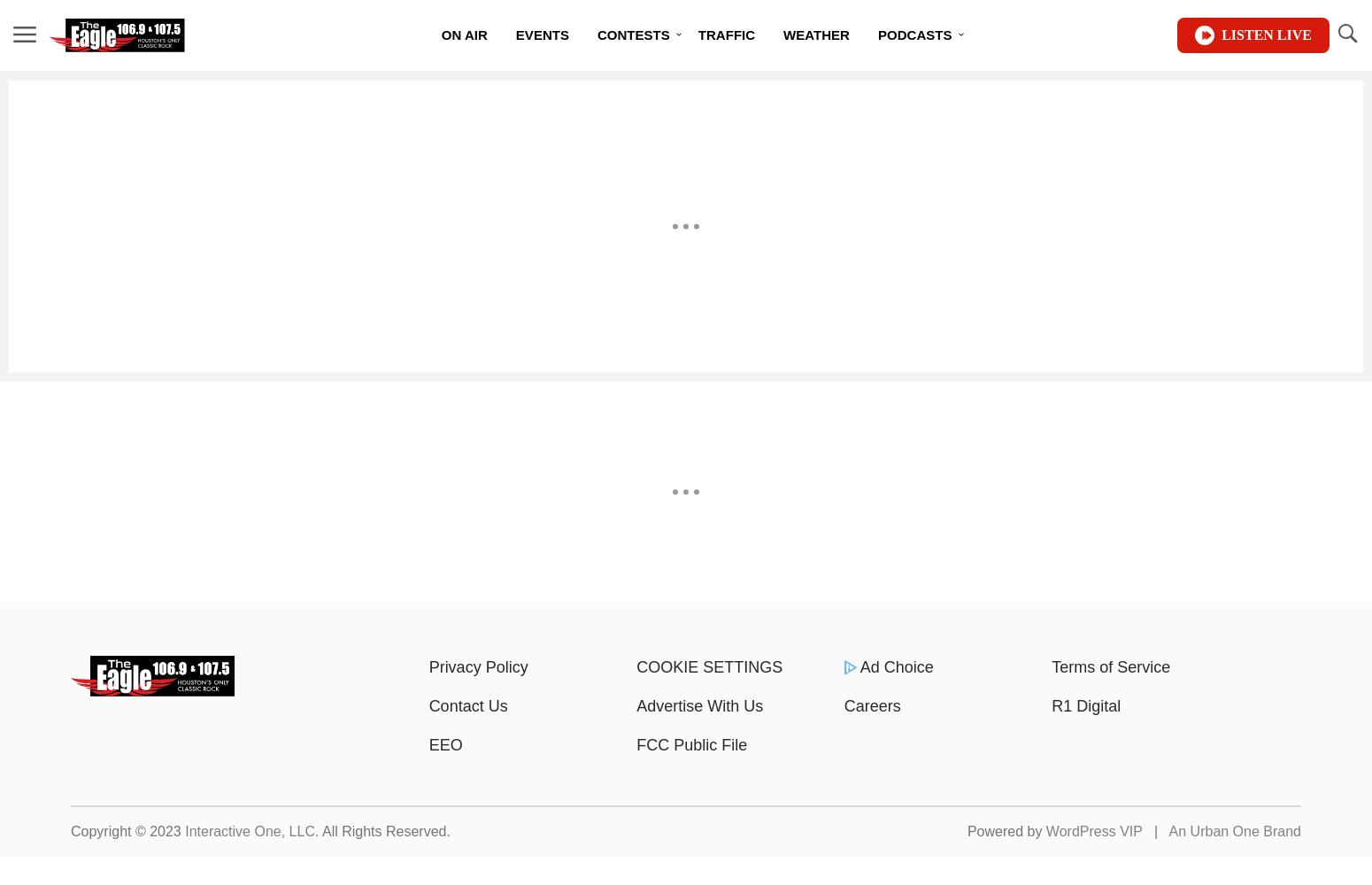 The height and width of the screenshot is (885, 1372). What do you see at coordinates (249, 830) in the screenshot?
I see `'Interactive One, LLC'` at bounding box center [249, 830].